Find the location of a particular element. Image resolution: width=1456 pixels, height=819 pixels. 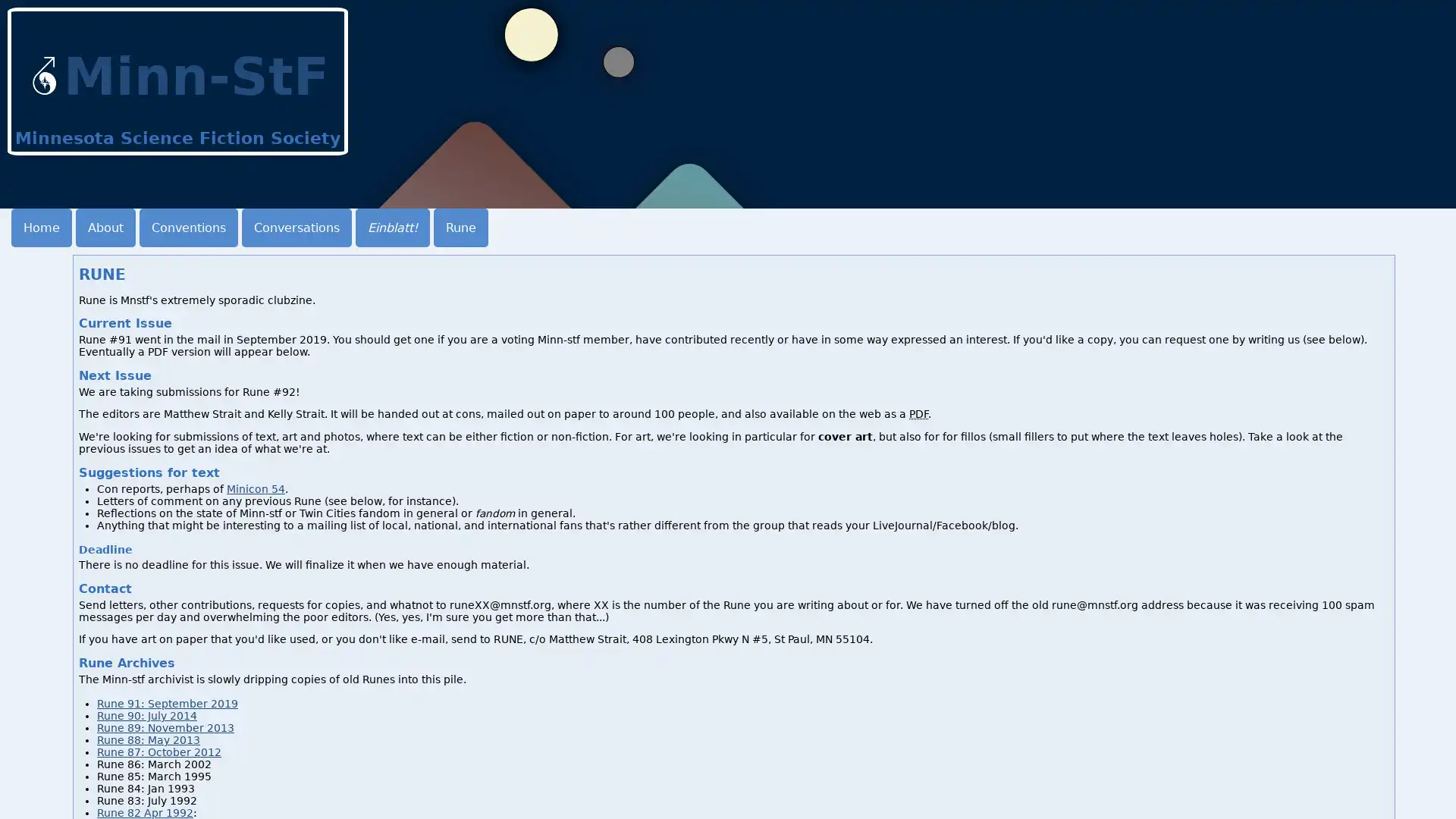

Home is located at coordinates (41, 227).